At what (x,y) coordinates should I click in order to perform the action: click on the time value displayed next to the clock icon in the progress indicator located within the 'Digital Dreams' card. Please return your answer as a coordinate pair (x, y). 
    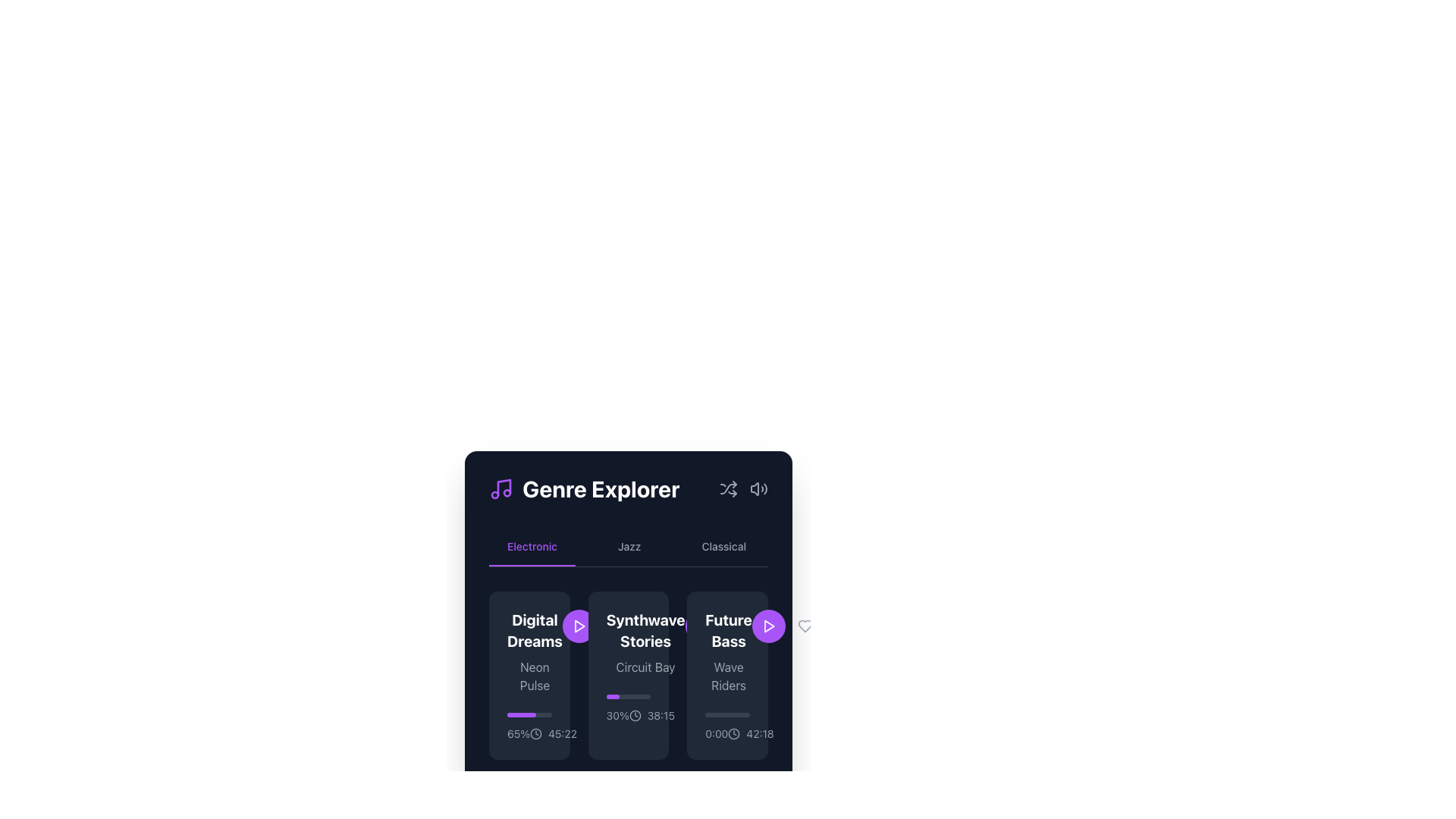
    Looking at the image, I should click on (529, 726).